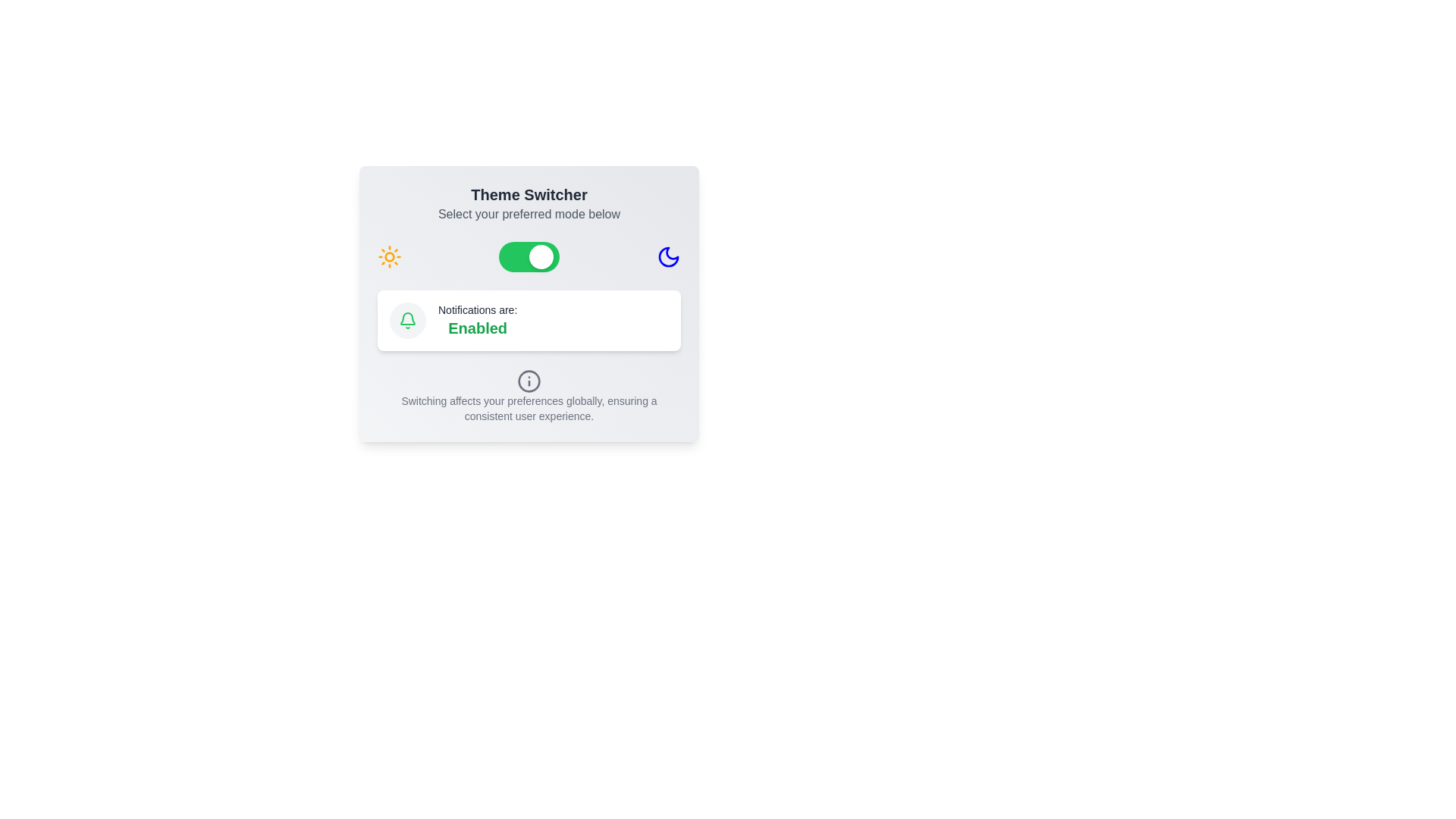 The height and width of the screenshot is (819, 1456). What do you see at coordinates (541, 256) in the screenshot?
I see `the circular knob of the toggle switch handle located below the 'Theme Switcher' heading` at bounding box center [541, 256].